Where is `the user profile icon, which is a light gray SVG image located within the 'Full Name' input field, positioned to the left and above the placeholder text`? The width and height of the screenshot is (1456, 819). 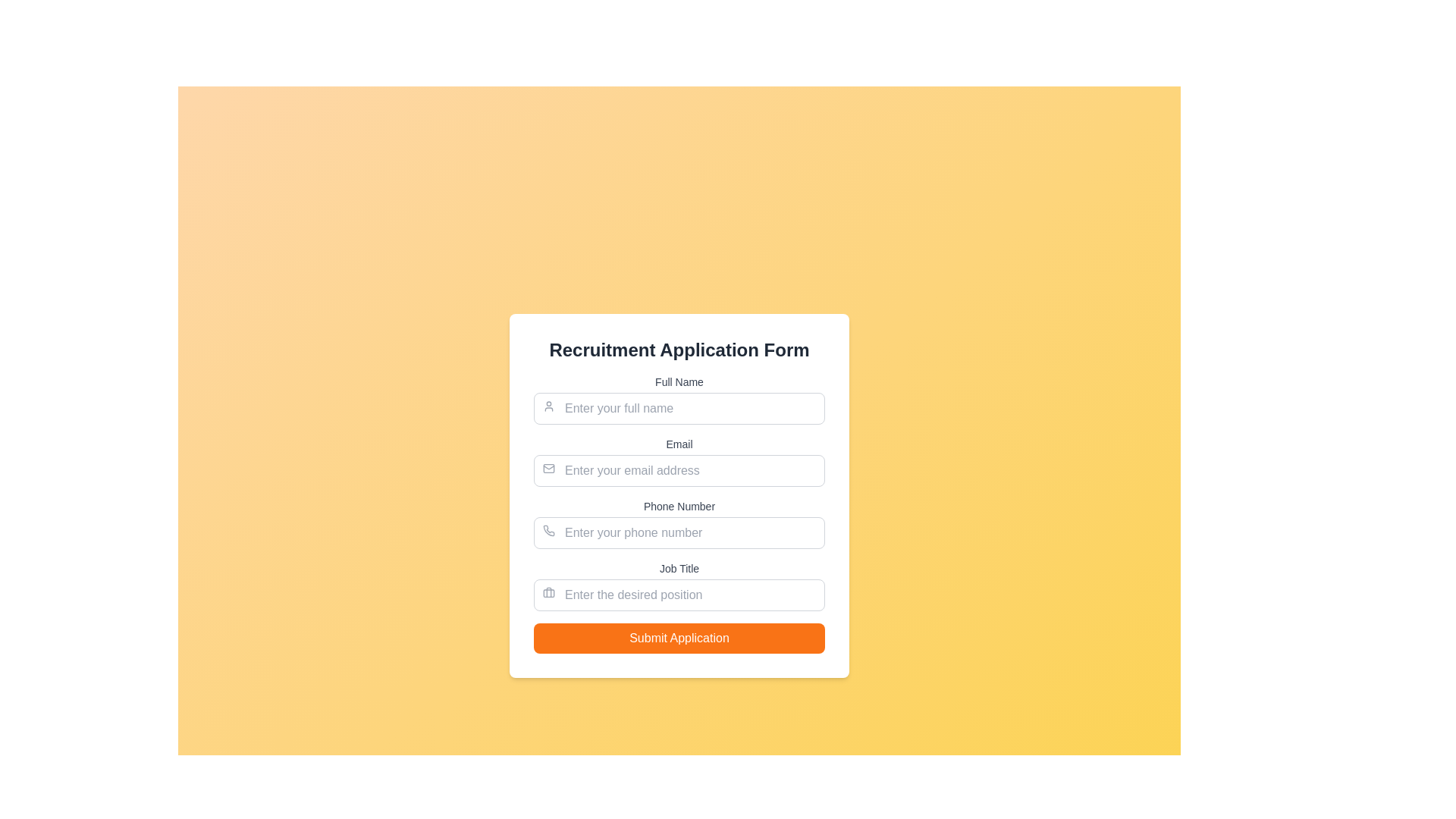
the user profile icon, which is a light gray SVG image located within the 'Full Name' input field, positioned to the left and above the placeholder text is located at coordinates (548, 406).